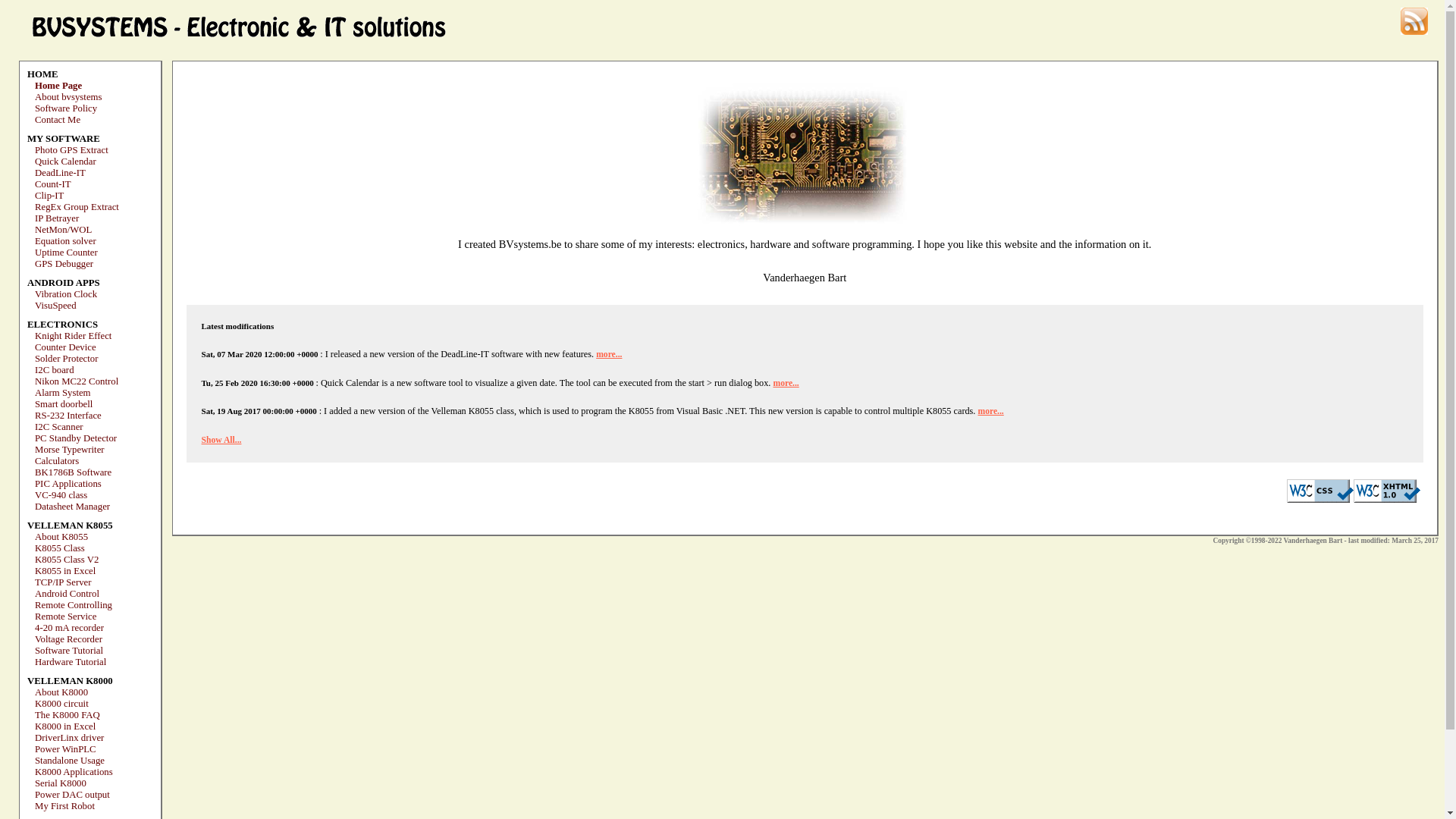  Describe the element at coordinates (67, 96) in the screenshot. I see `'About bvsystems'` at that location.